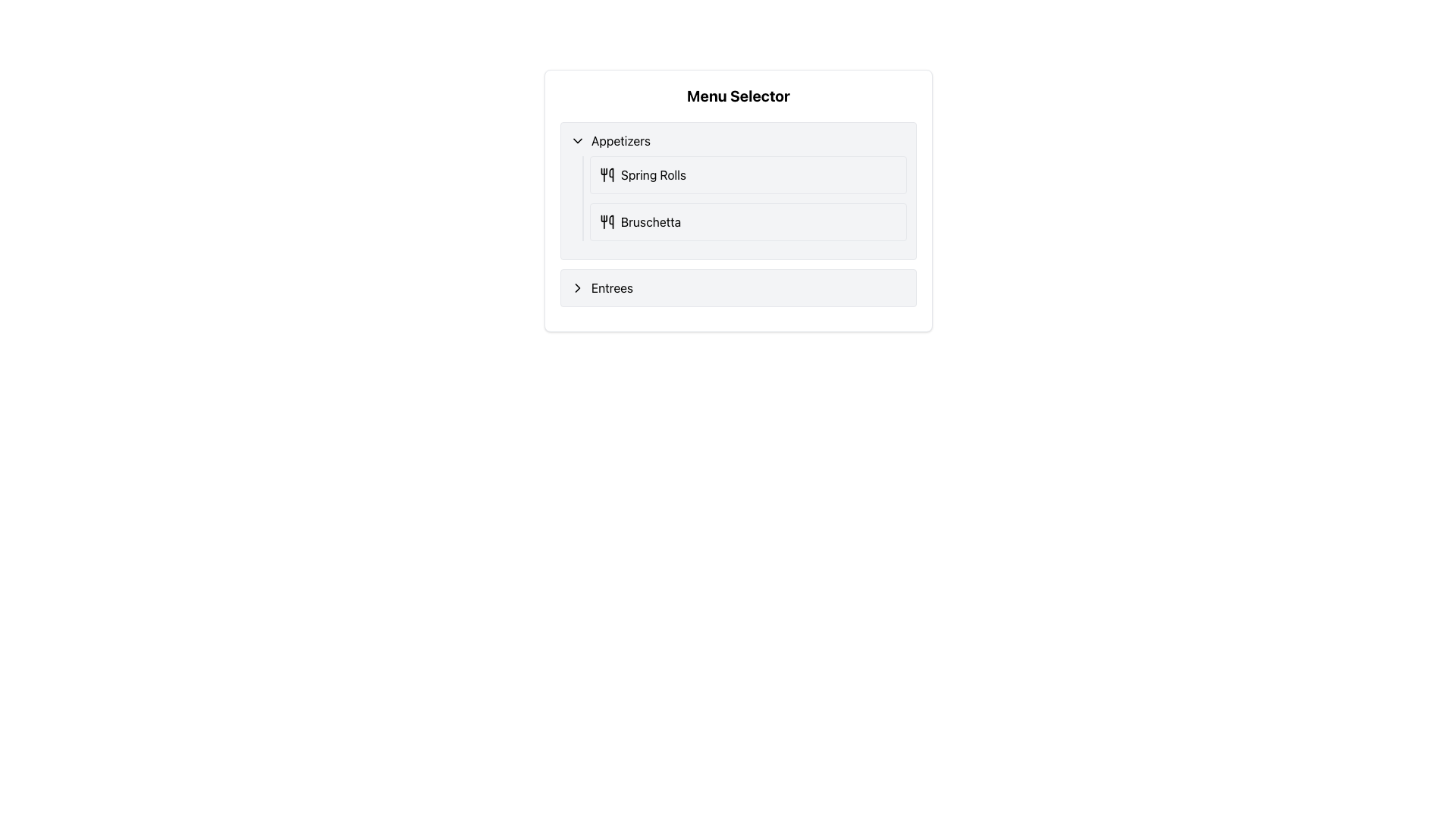  I want to click on the prominent header labeled 'Menu Selector', which is styled with bold text and a larger font size, making it highly visible against a white background, so click(739, 96).